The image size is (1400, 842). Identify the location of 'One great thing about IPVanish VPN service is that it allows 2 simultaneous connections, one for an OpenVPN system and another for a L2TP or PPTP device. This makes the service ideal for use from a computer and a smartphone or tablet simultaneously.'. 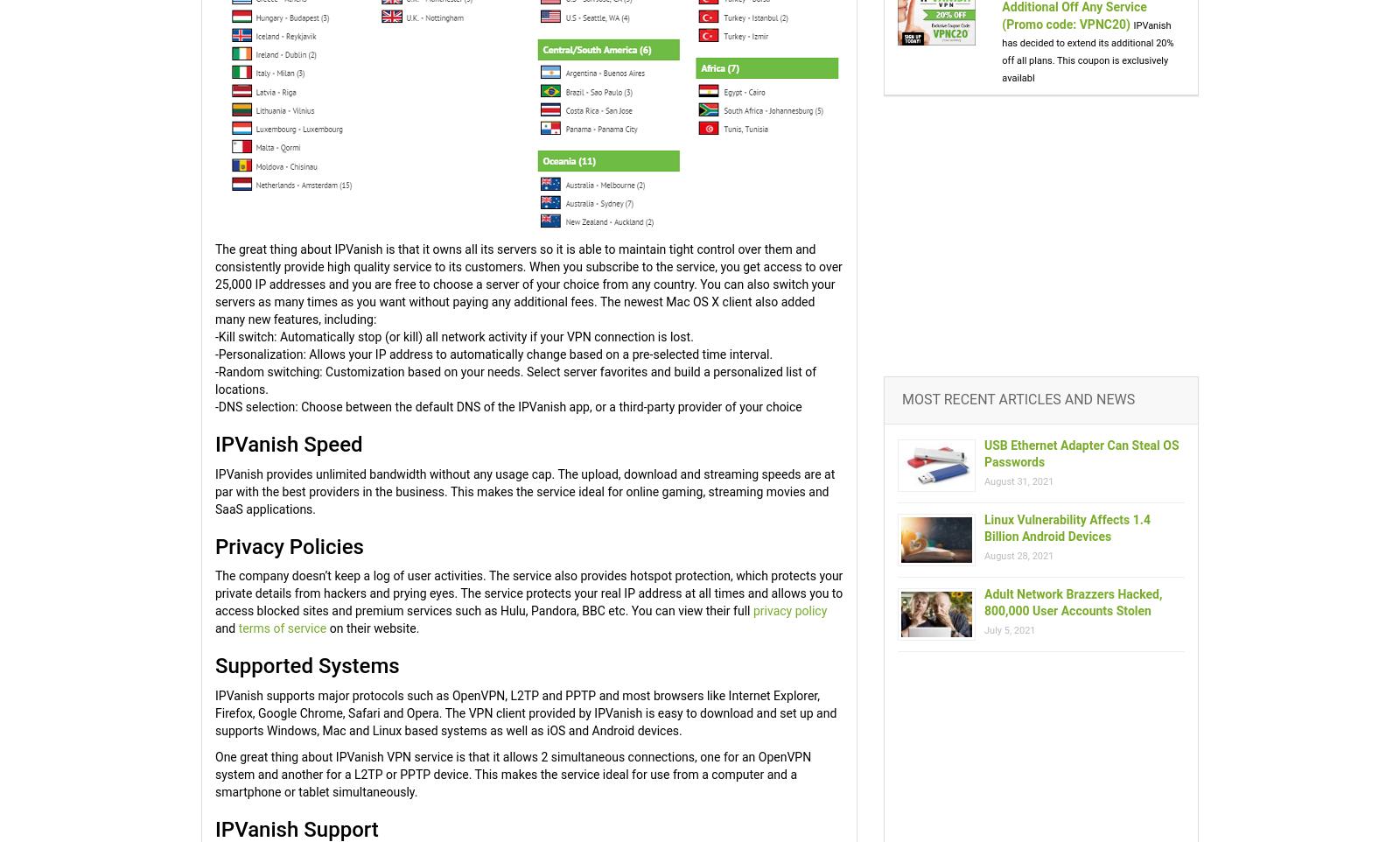
(512, 772).